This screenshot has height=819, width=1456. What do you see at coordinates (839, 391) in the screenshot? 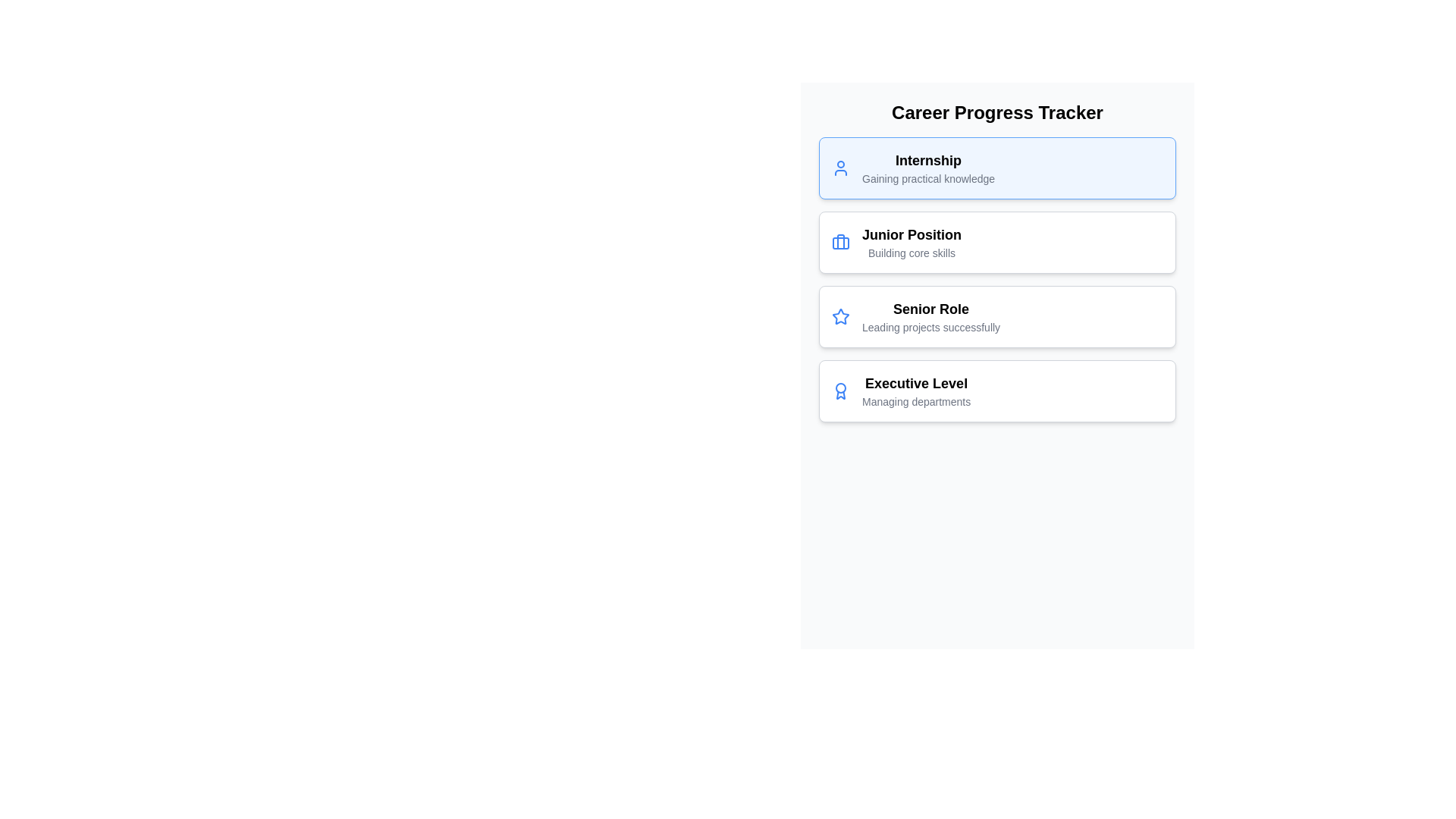
I see `the award icon located within the 'Executive Level' card on the right-hand list, positioned to the left of its textual content` at bounding box center [839, 391].